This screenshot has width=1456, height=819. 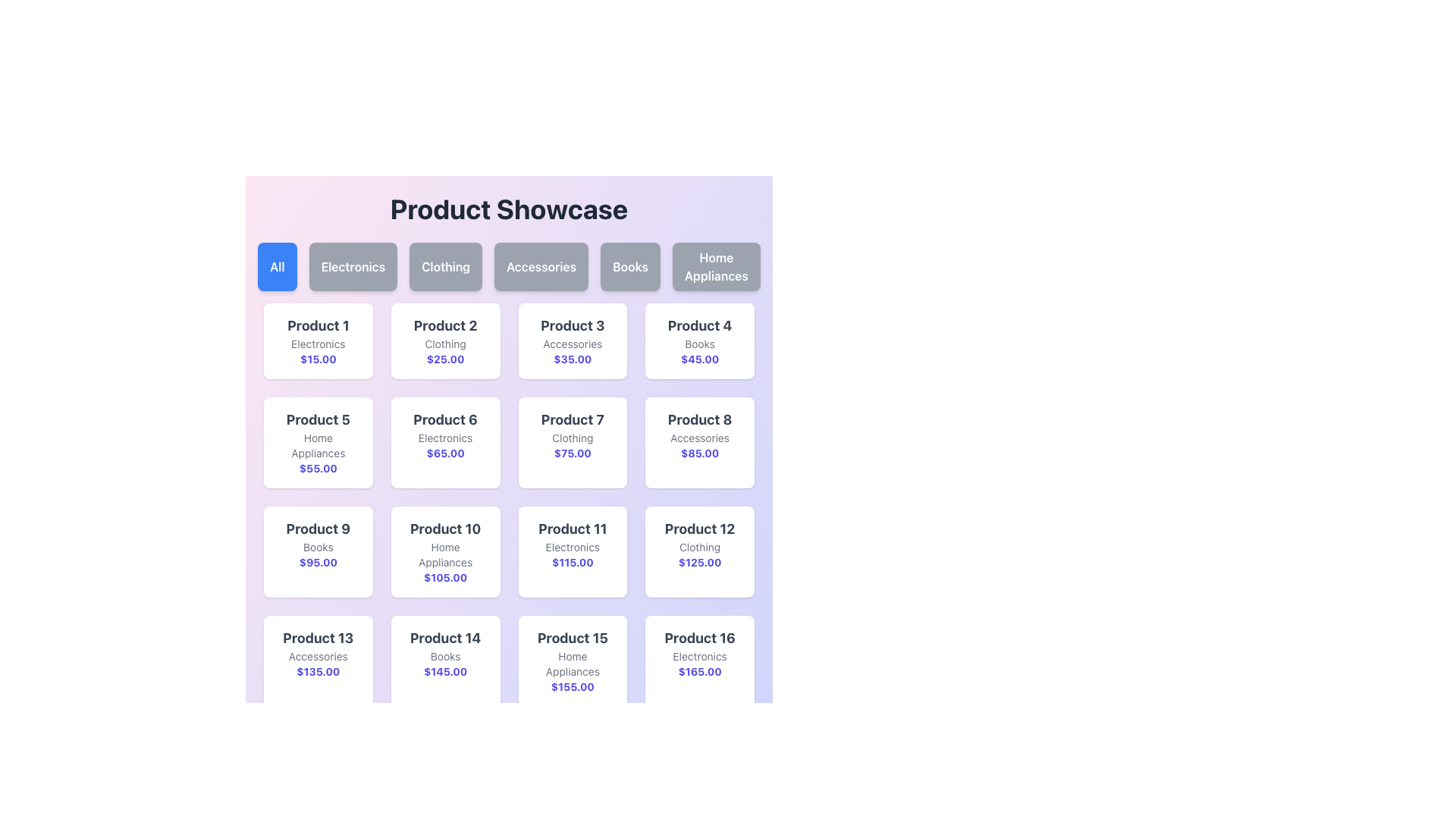 What do you see at coordinates (352, 265) in the screenshot?
I see `the 'Electronics' category filter button, which is the second button in a row of six buttons below the 'Product Showcase' title` at bounding box center [352, 265].